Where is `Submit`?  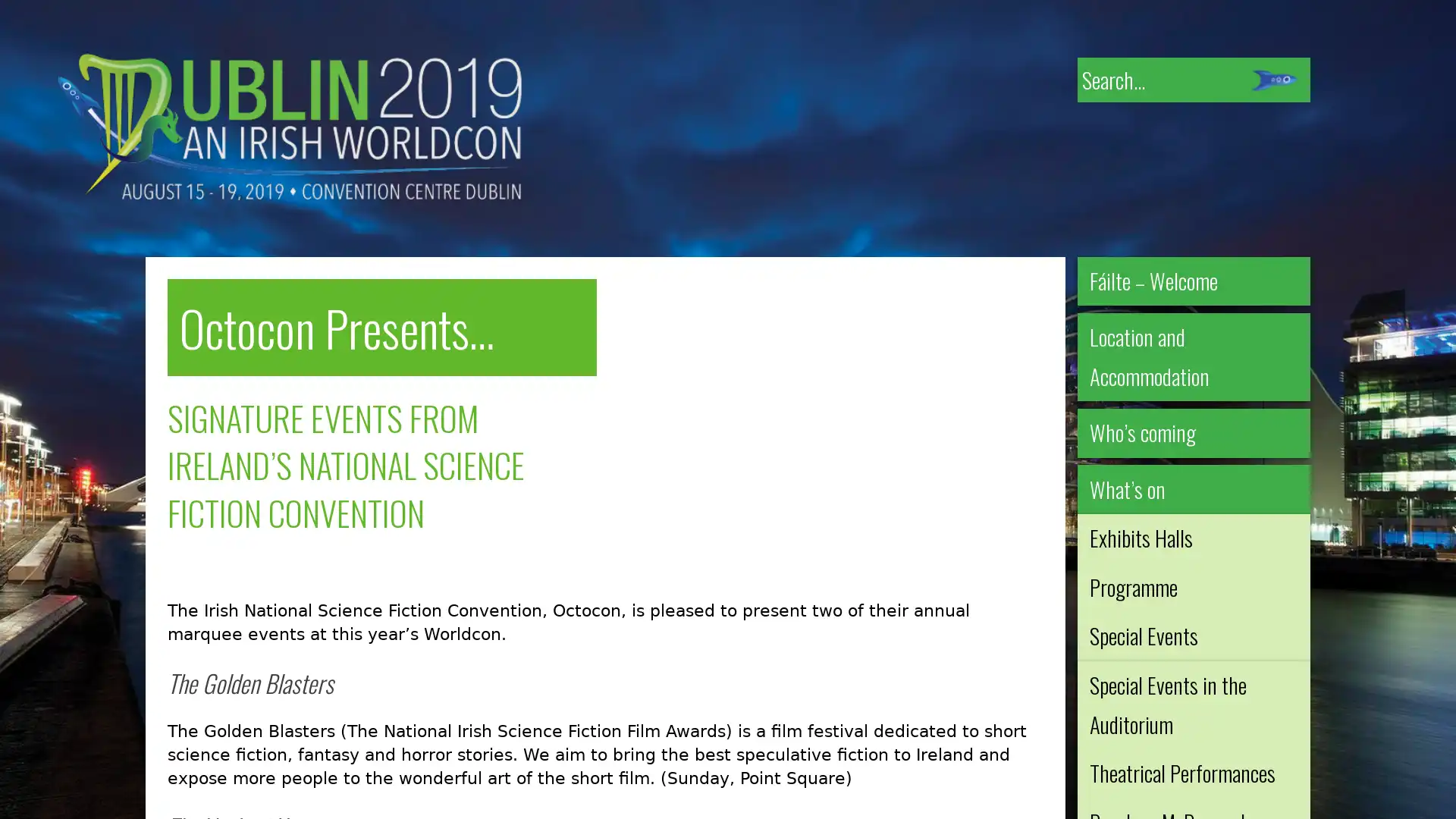 Submit is located at coordinates (1274, 80).